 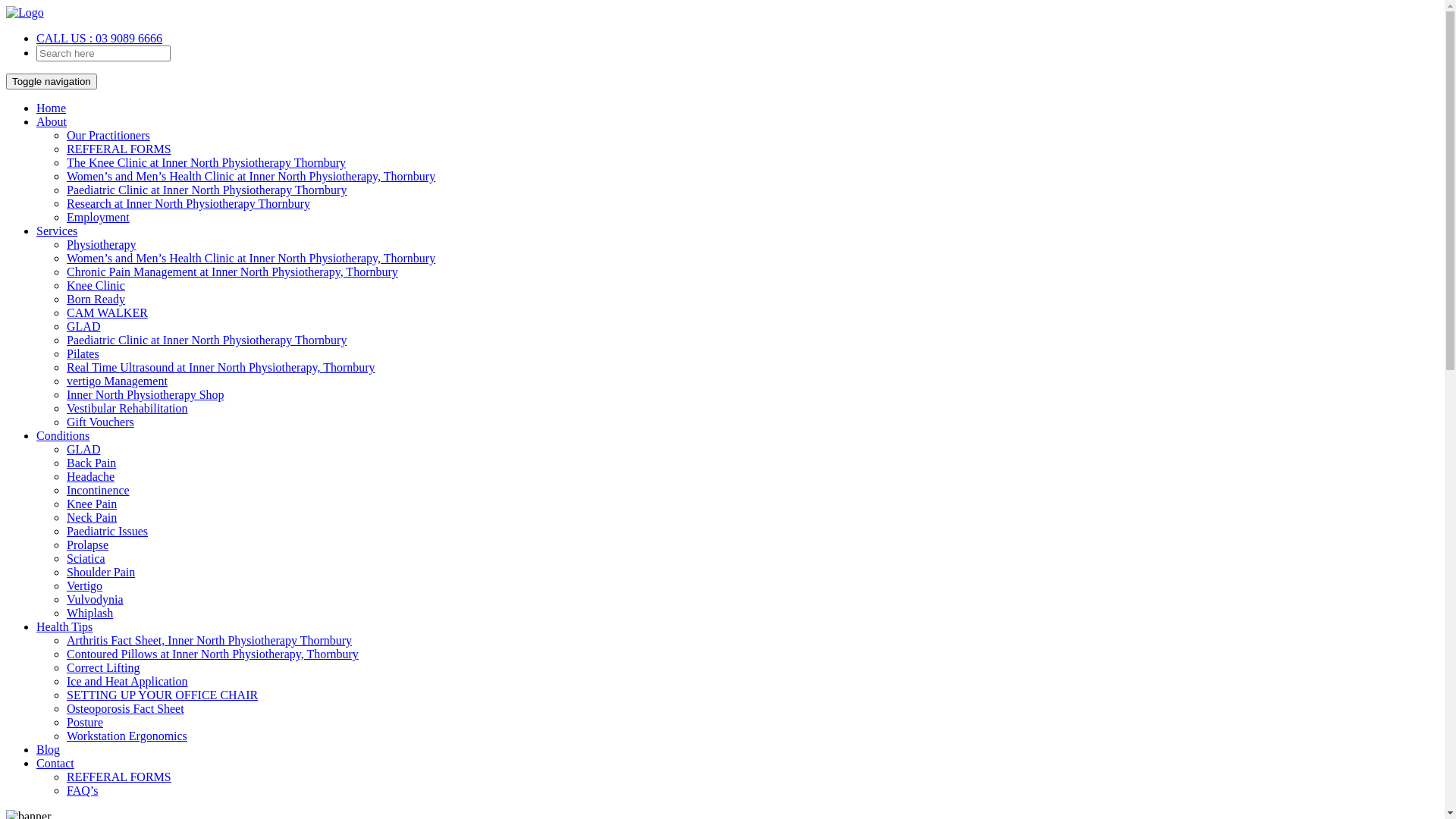 I want to click on 'Gift Vouchers', so click(x=99, y=422).